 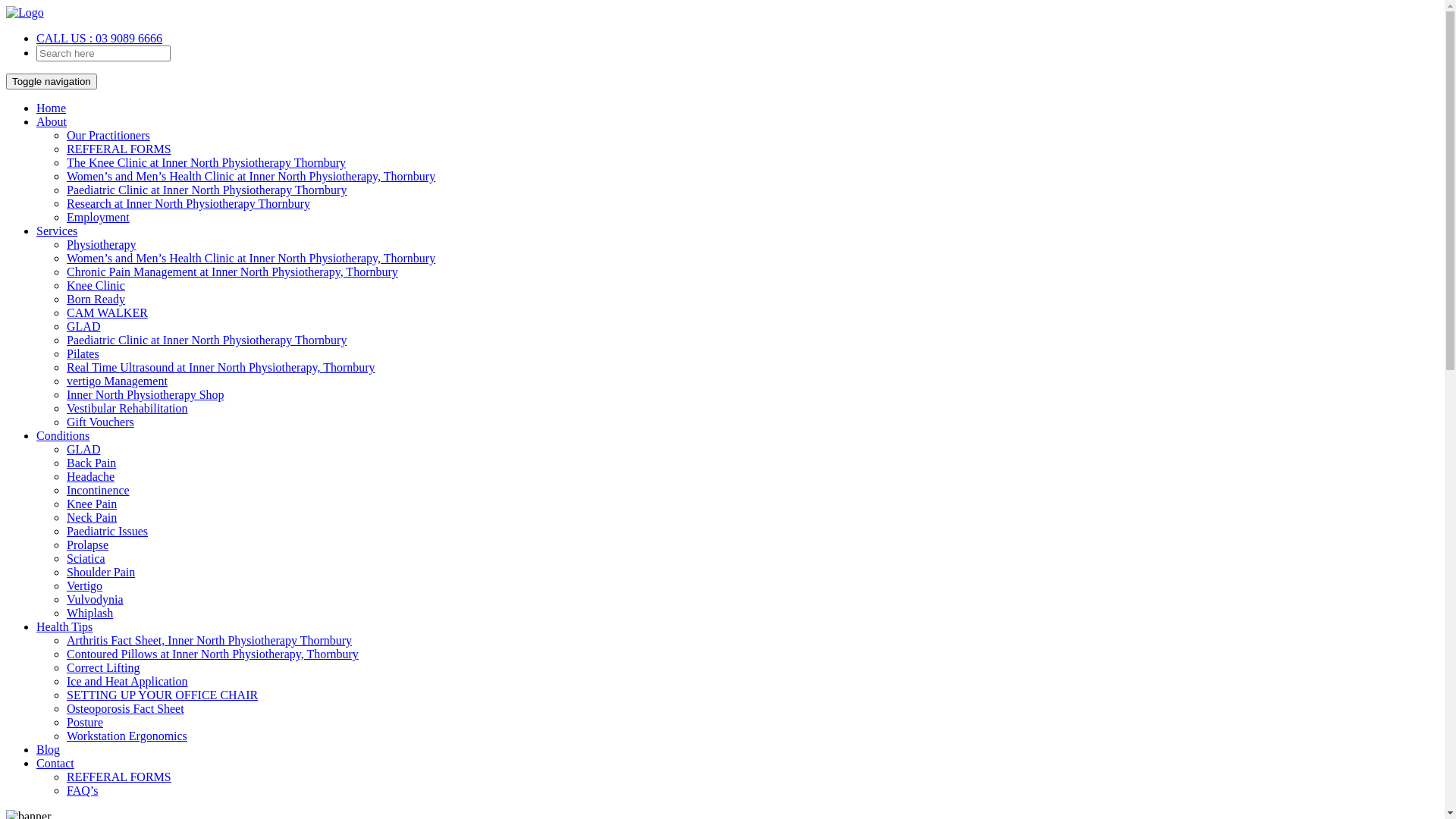 I want to click on 'Gift Vouchers', so click(x=99, y=422).